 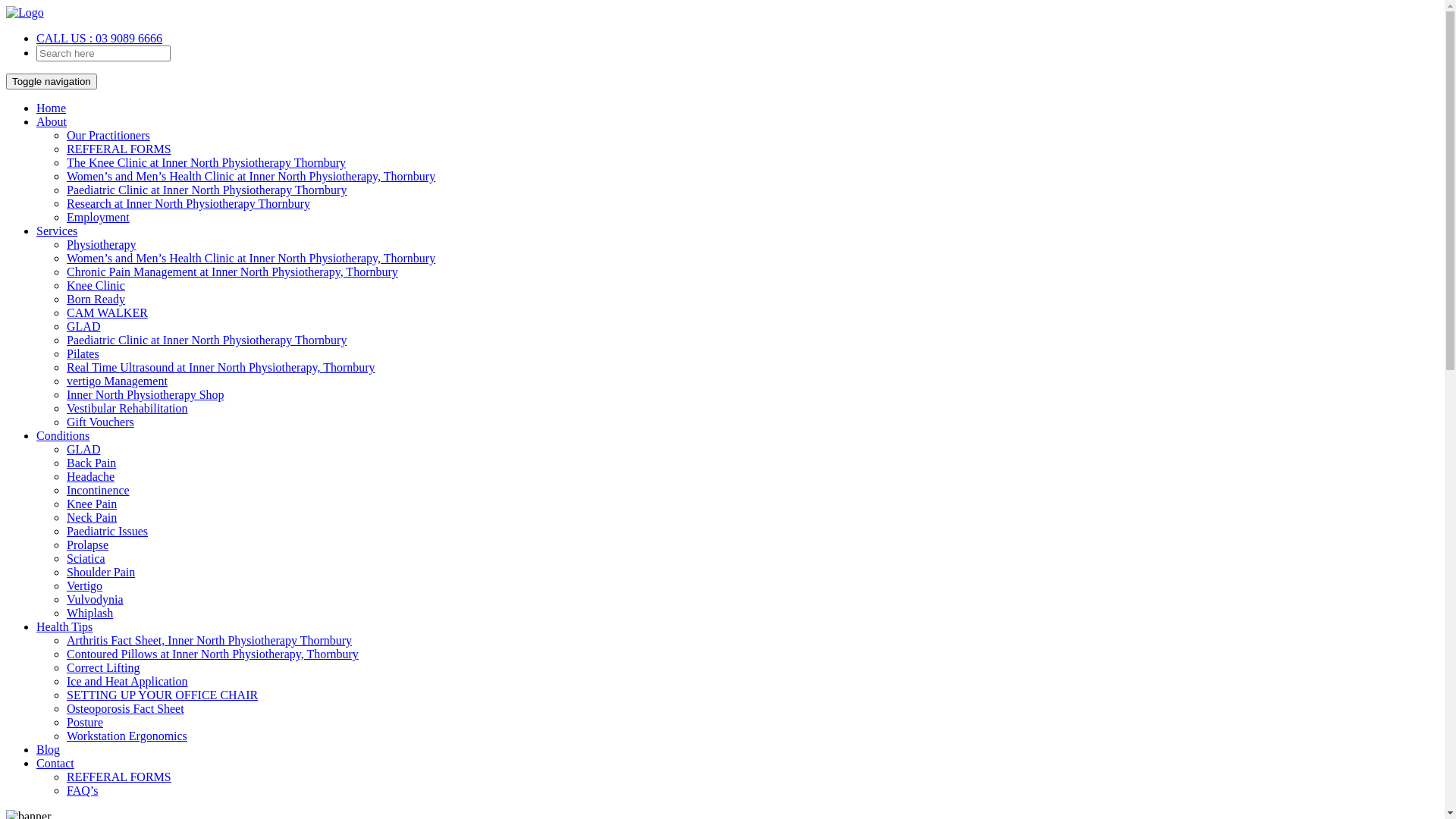 I want to click on 'Gift Vouchers', so click(x=99, y=422).